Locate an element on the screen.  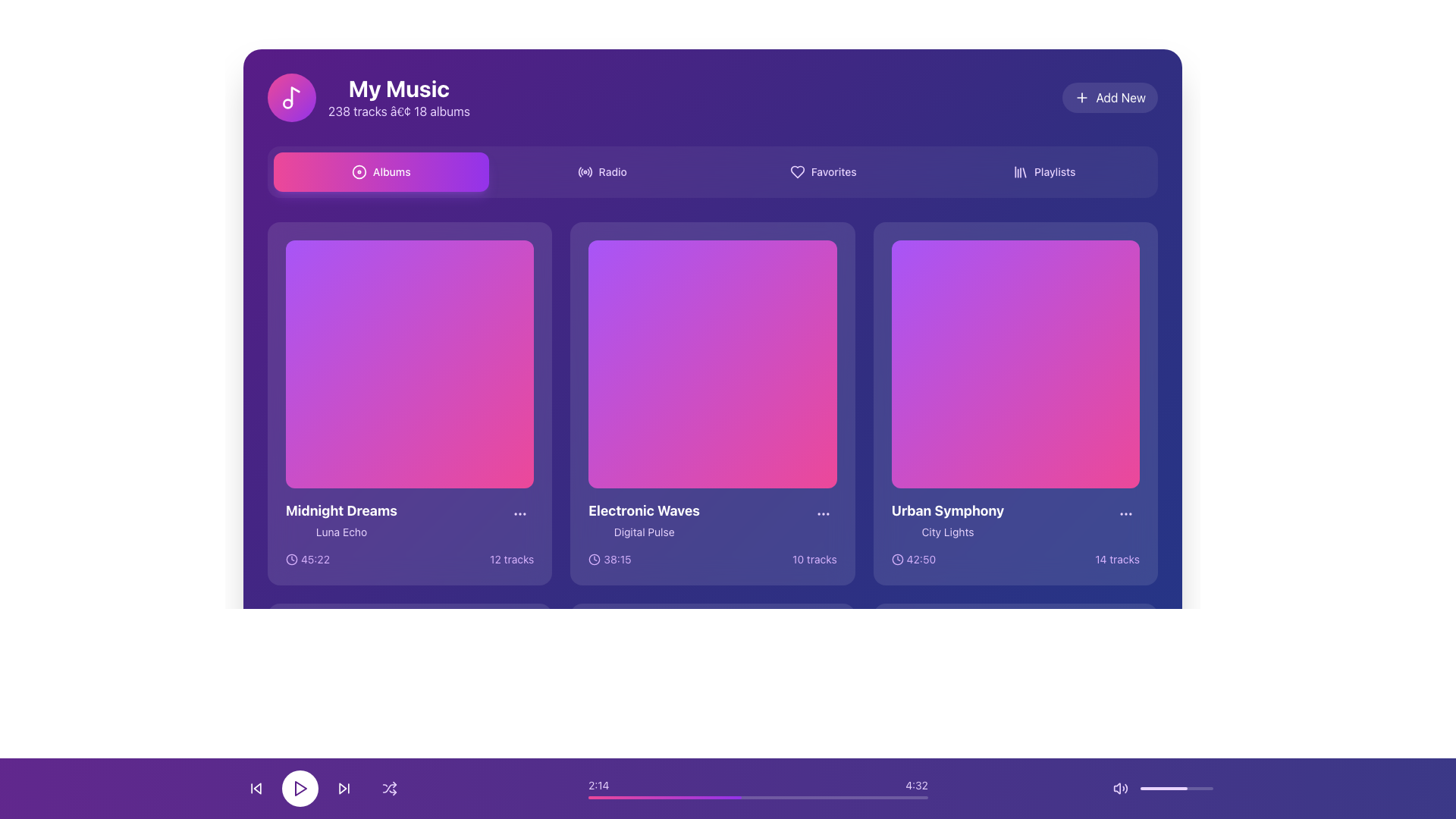
the text element displaying the time '4:32' in light purple font, located at the rightmost position on the progress bar, within a dark purple section is located at coordinates (916, 785).